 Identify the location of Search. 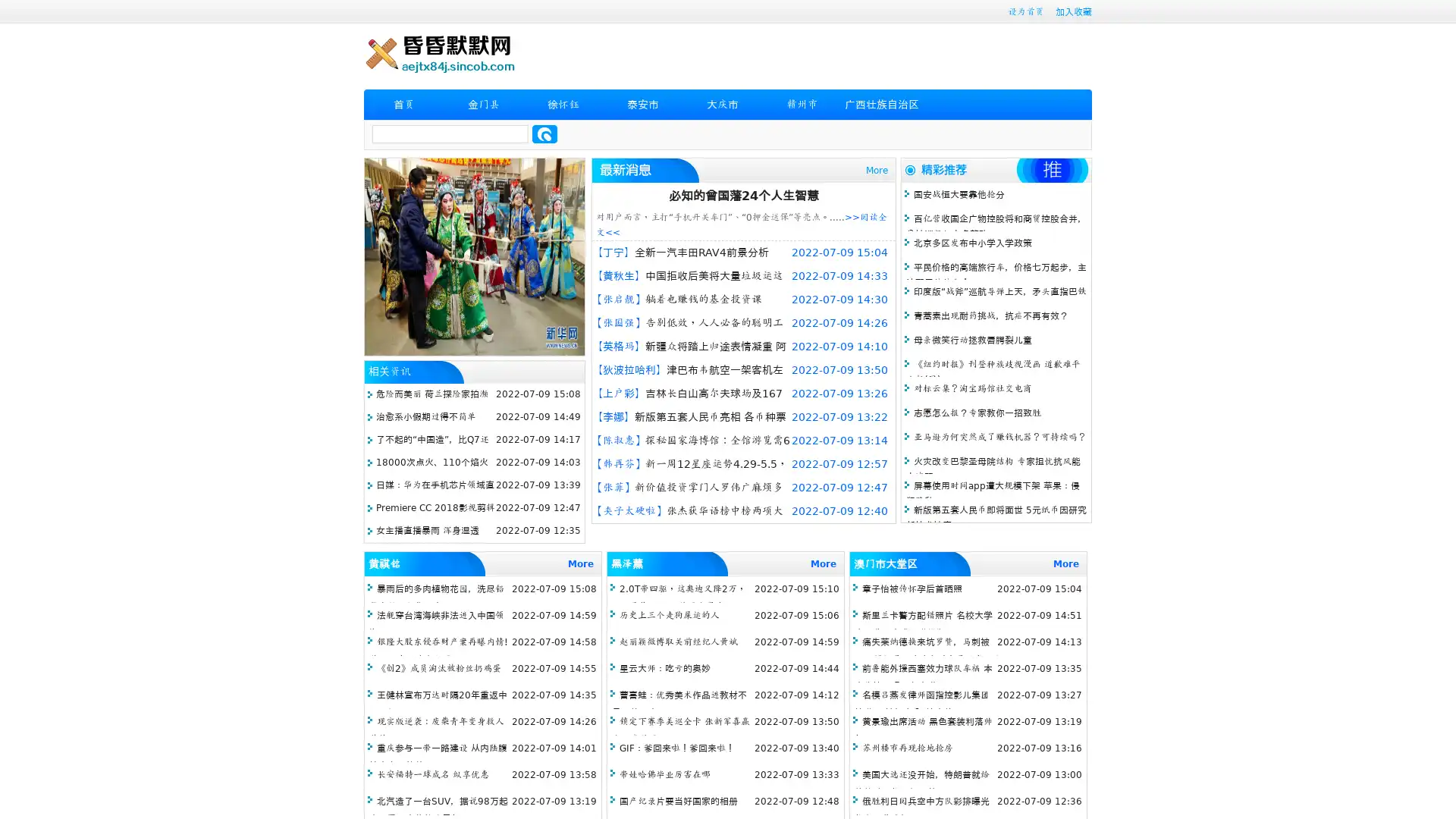
(544, 133).